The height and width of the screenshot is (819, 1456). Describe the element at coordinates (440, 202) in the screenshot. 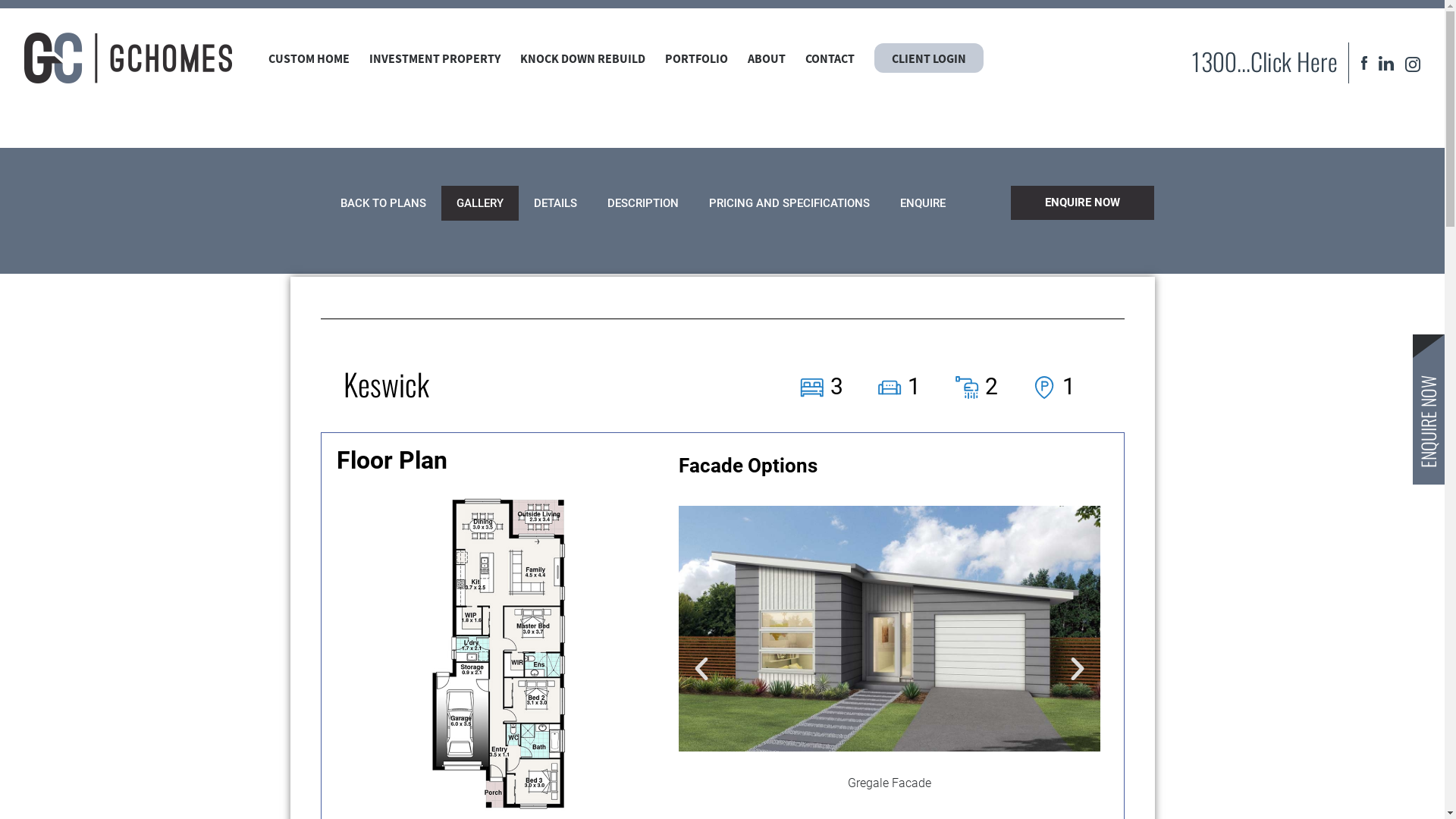

I see `'GALLERY'` at that location.